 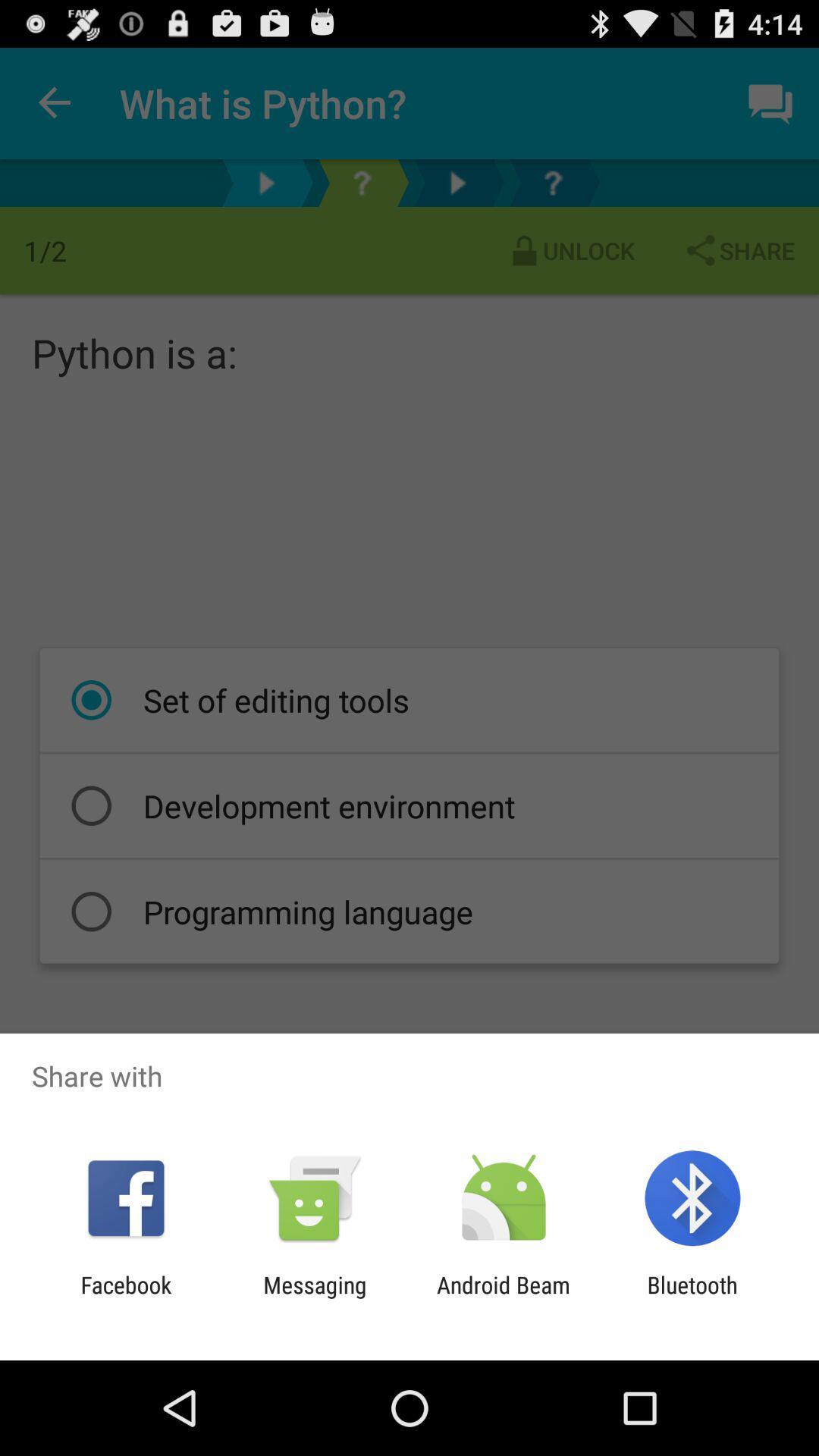 What do you see at coordinates (692, 1298) in the screenshot?
I see `app to the right of the android beam app` at bounding box center [692, 1298].